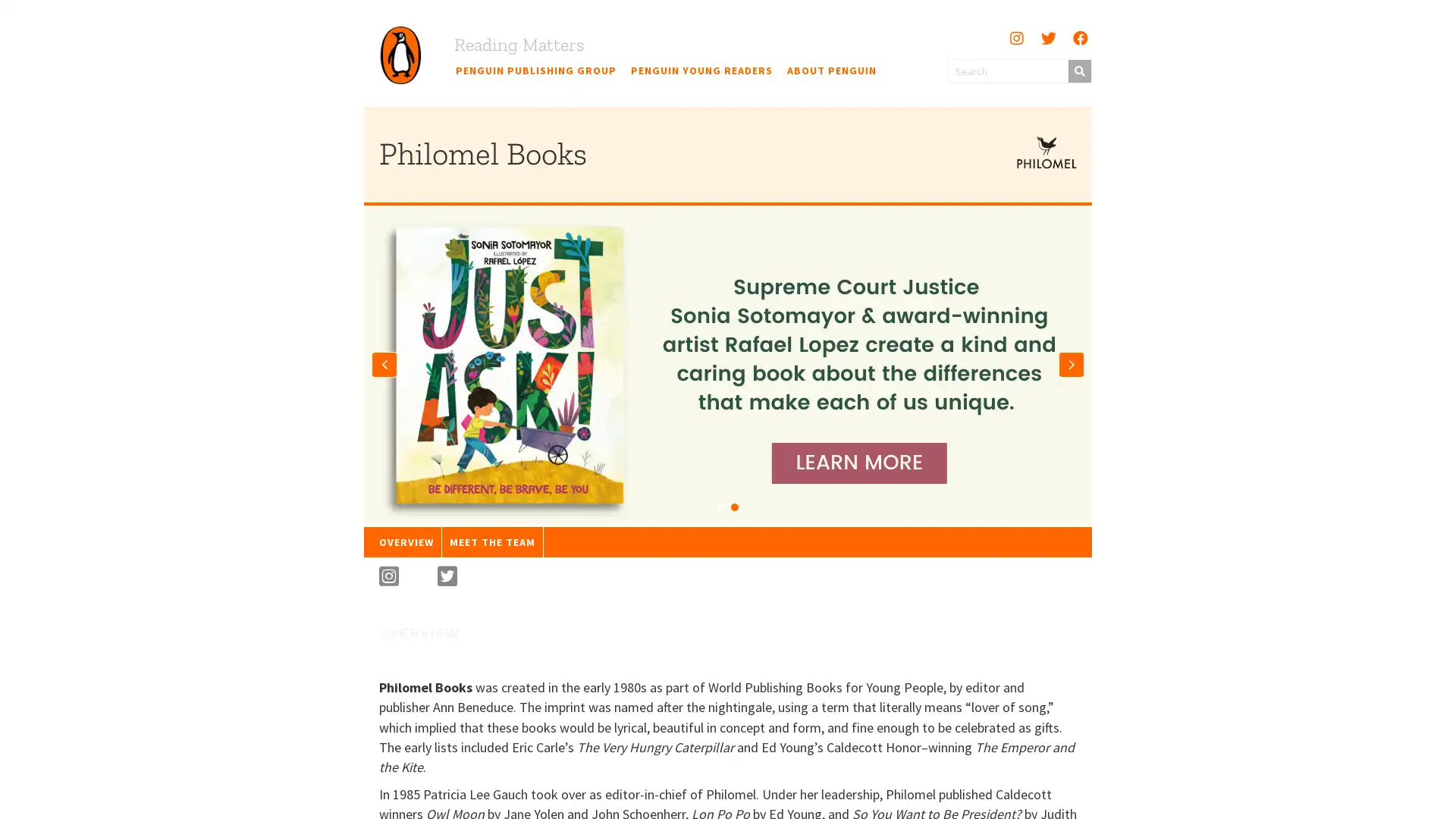  Describe the element at coordinates (1070, 363) in the screenshot. I see `Next slide` at that location.